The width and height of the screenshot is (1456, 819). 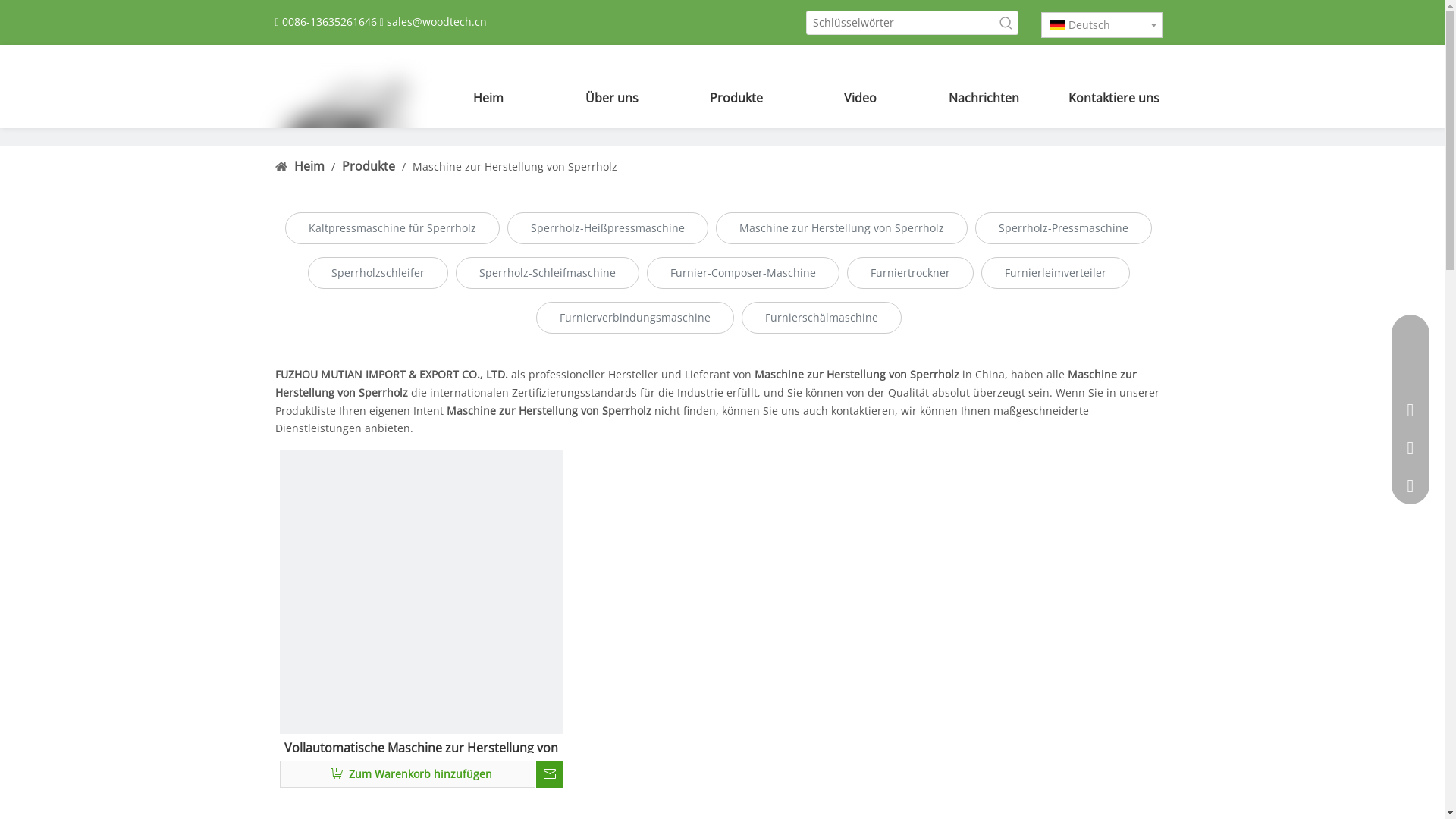 I want to click on 'LOGO100', so click(x=341, y=127).